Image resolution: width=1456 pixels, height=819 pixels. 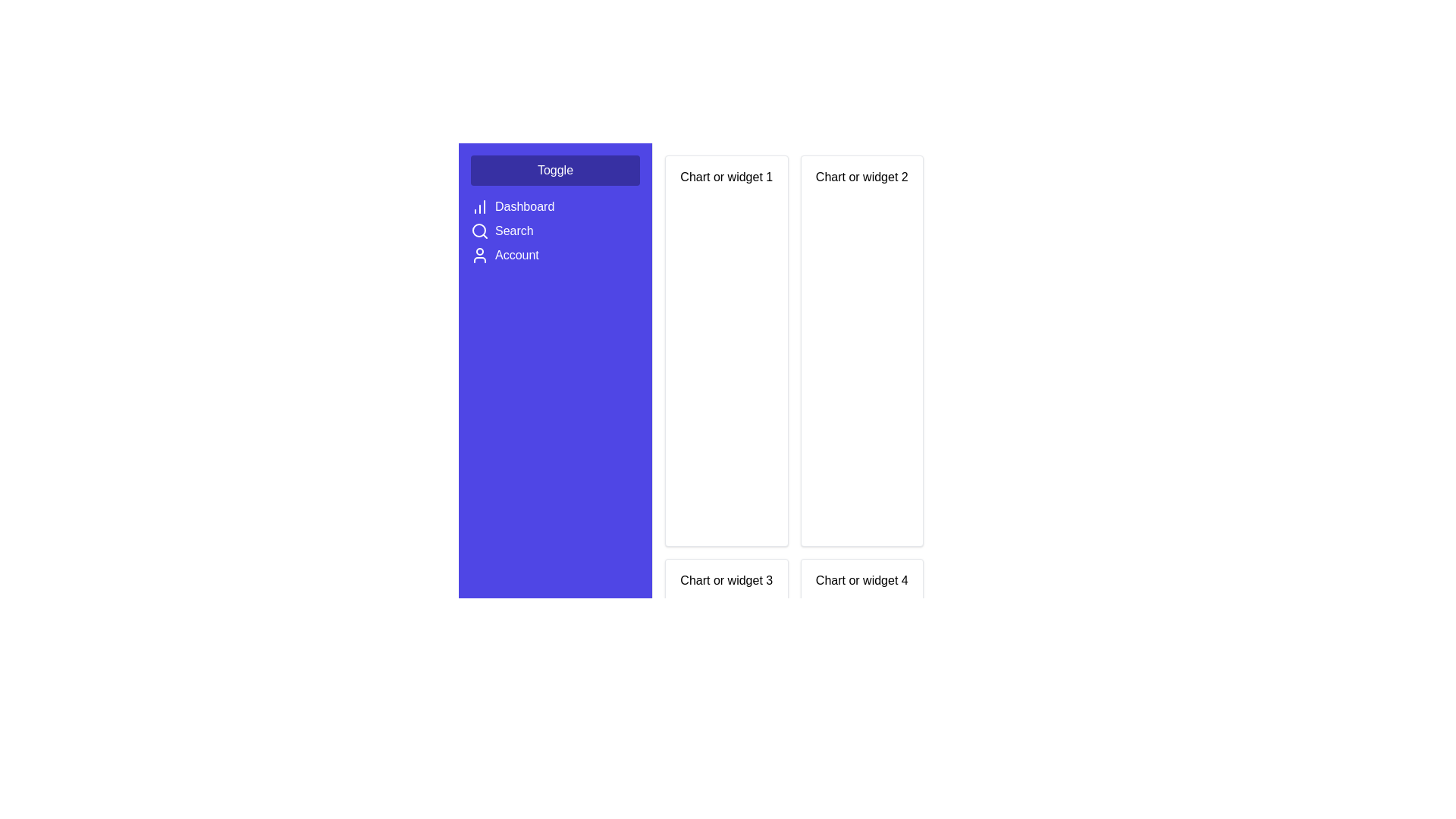 What do you see at coordinates (479, 207) in the screenshot?
I see `the icon depicting increasing vertical bars, which is located on the left sidebar immediately to the left of the text 'Dashboard.'` at bounding box center [479, 207].